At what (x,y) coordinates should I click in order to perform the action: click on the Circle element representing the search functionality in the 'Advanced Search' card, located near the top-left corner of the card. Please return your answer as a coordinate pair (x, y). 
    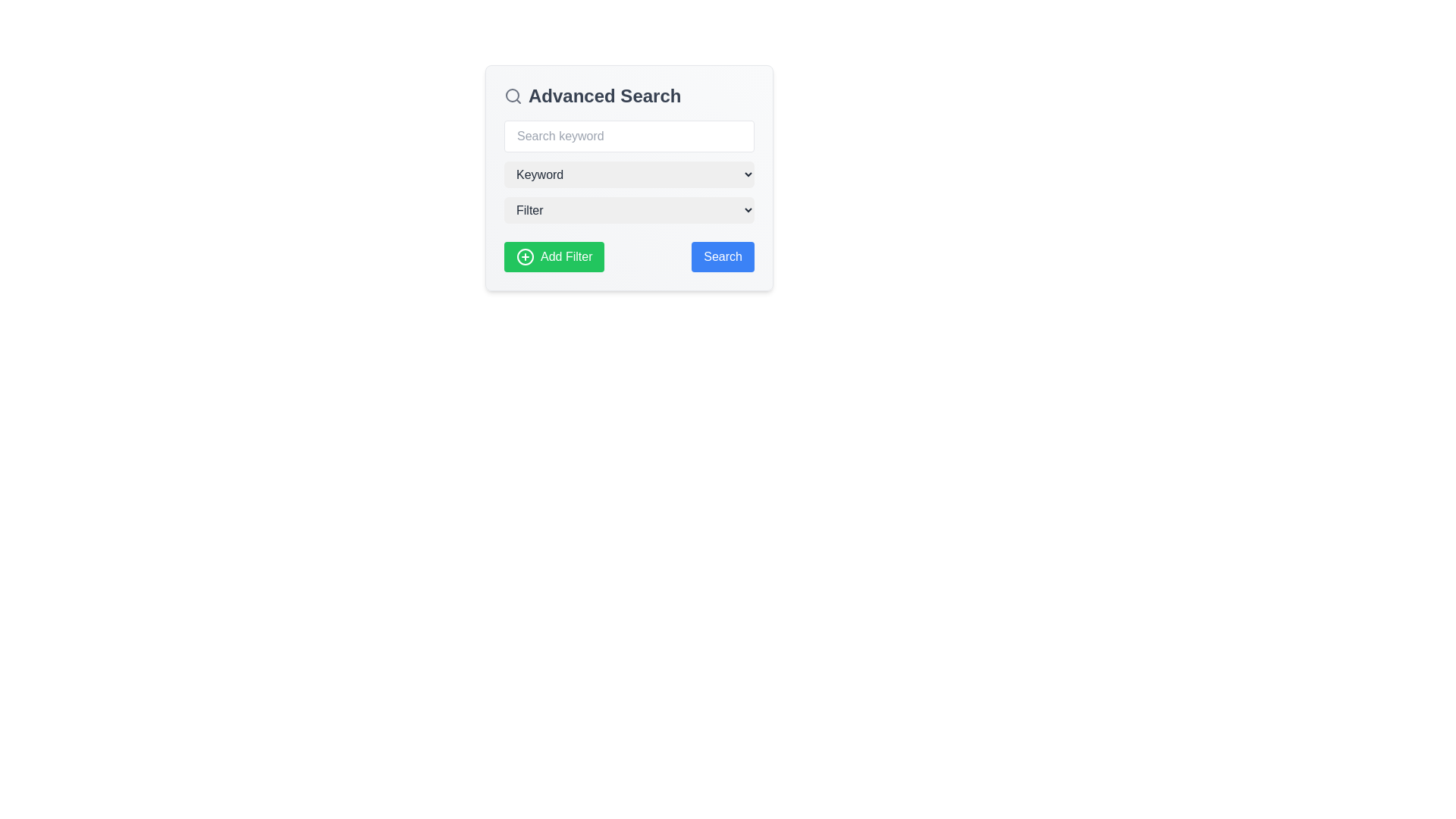
    Looking at the image, I should click on (513, 96).